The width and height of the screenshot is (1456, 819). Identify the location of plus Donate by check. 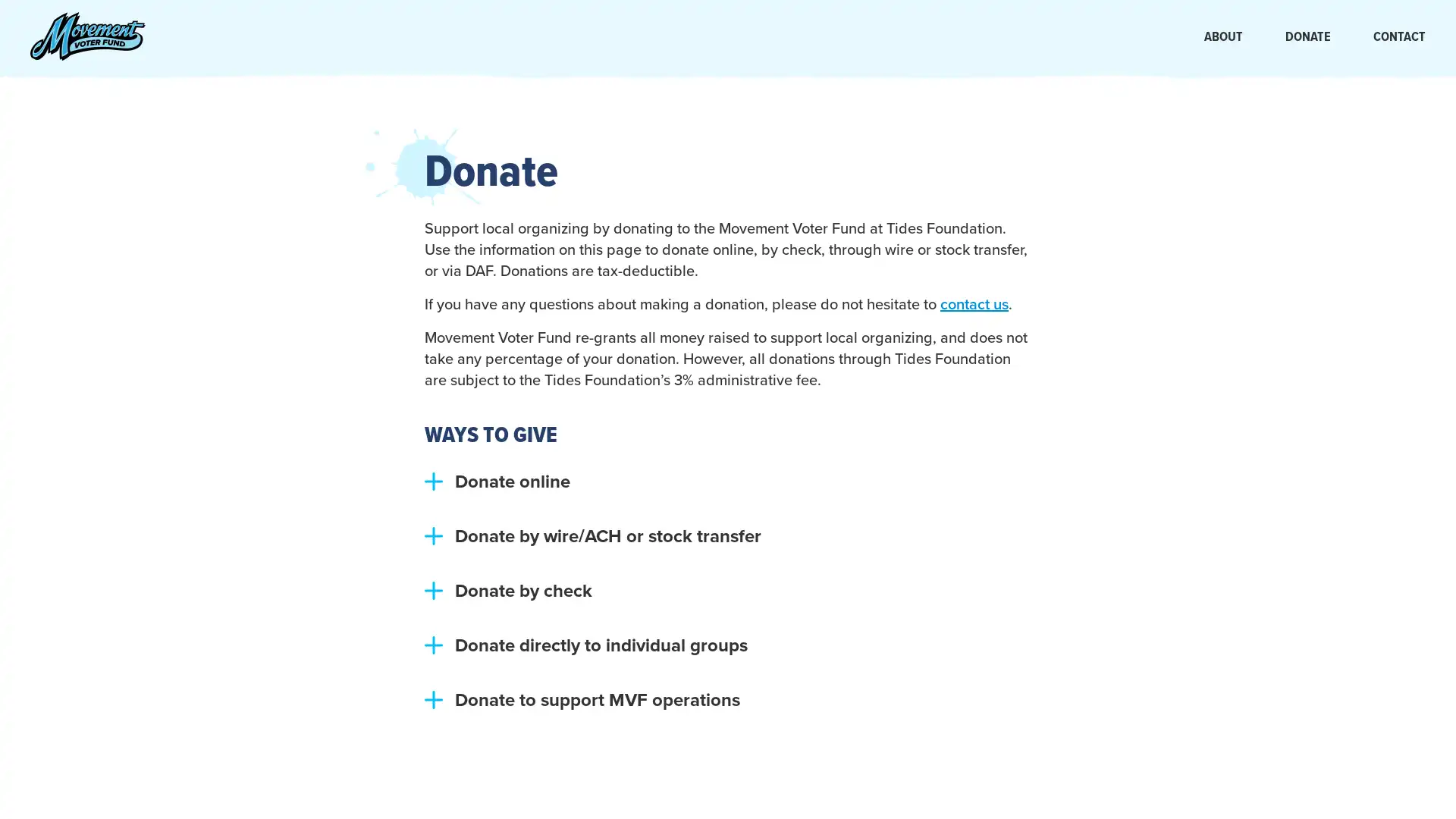
(728, 590).